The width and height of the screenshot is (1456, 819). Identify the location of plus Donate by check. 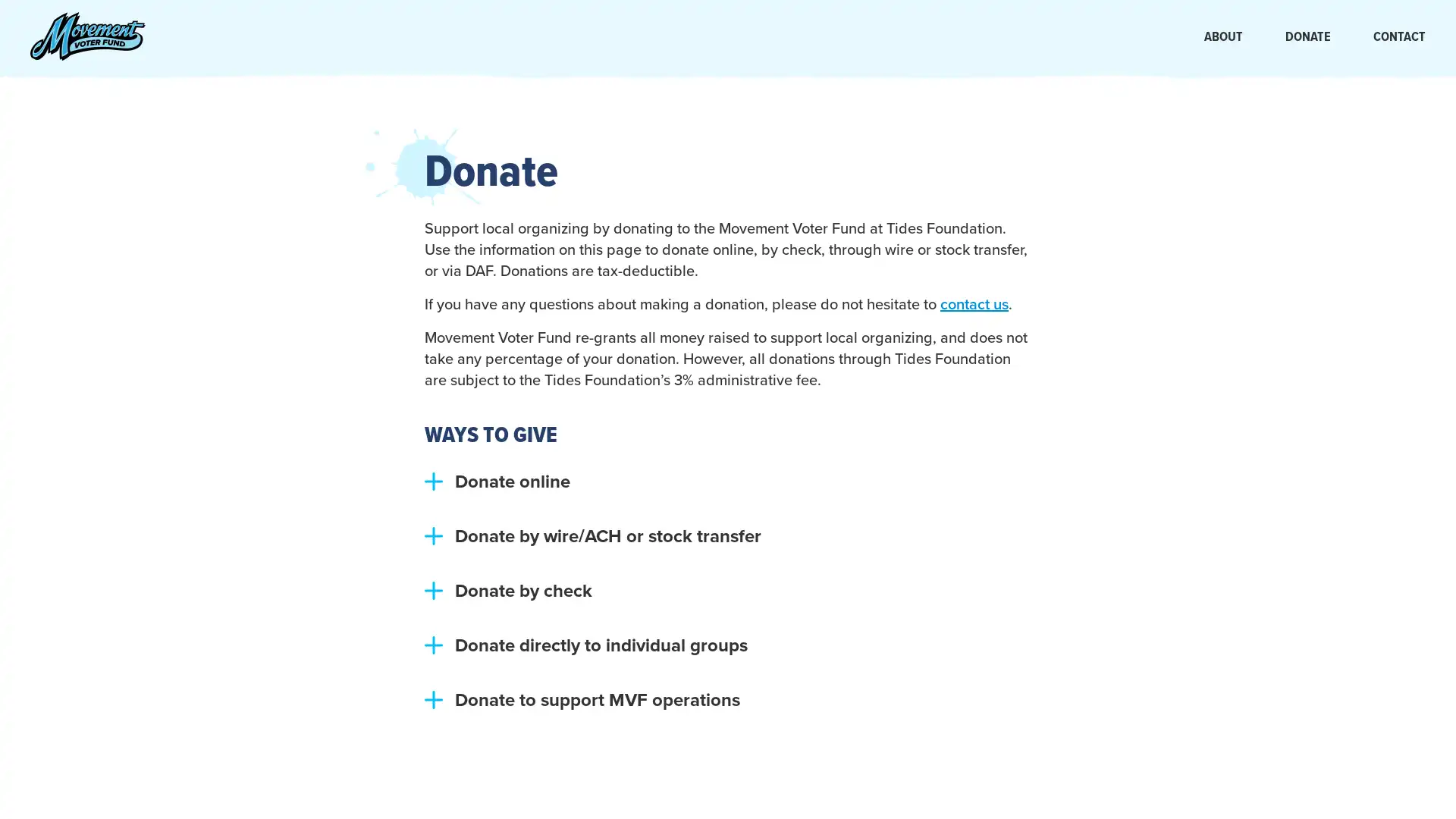
(728, 590).